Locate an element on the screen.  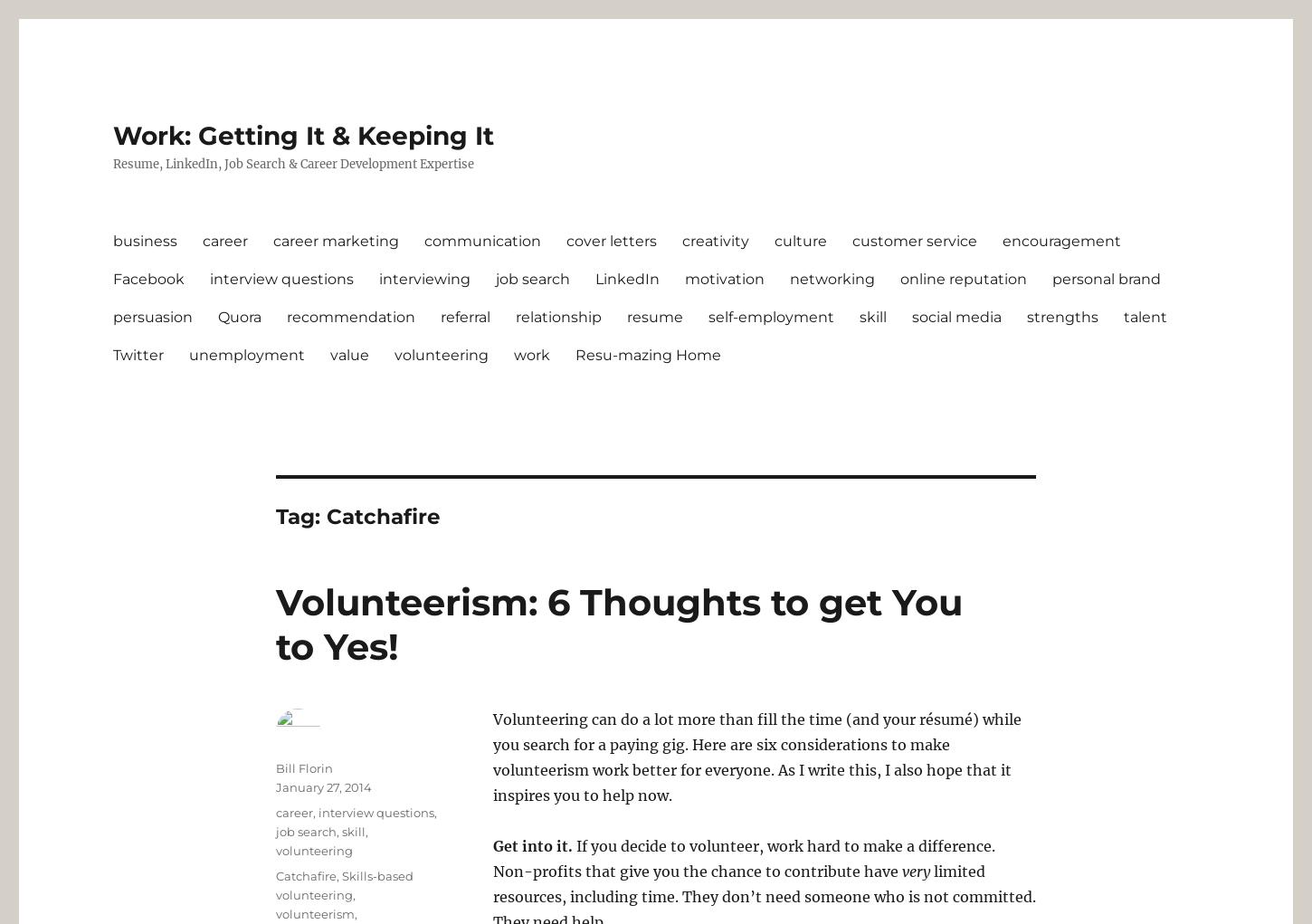
'encouragement' is located at coordinates (1001, 239).